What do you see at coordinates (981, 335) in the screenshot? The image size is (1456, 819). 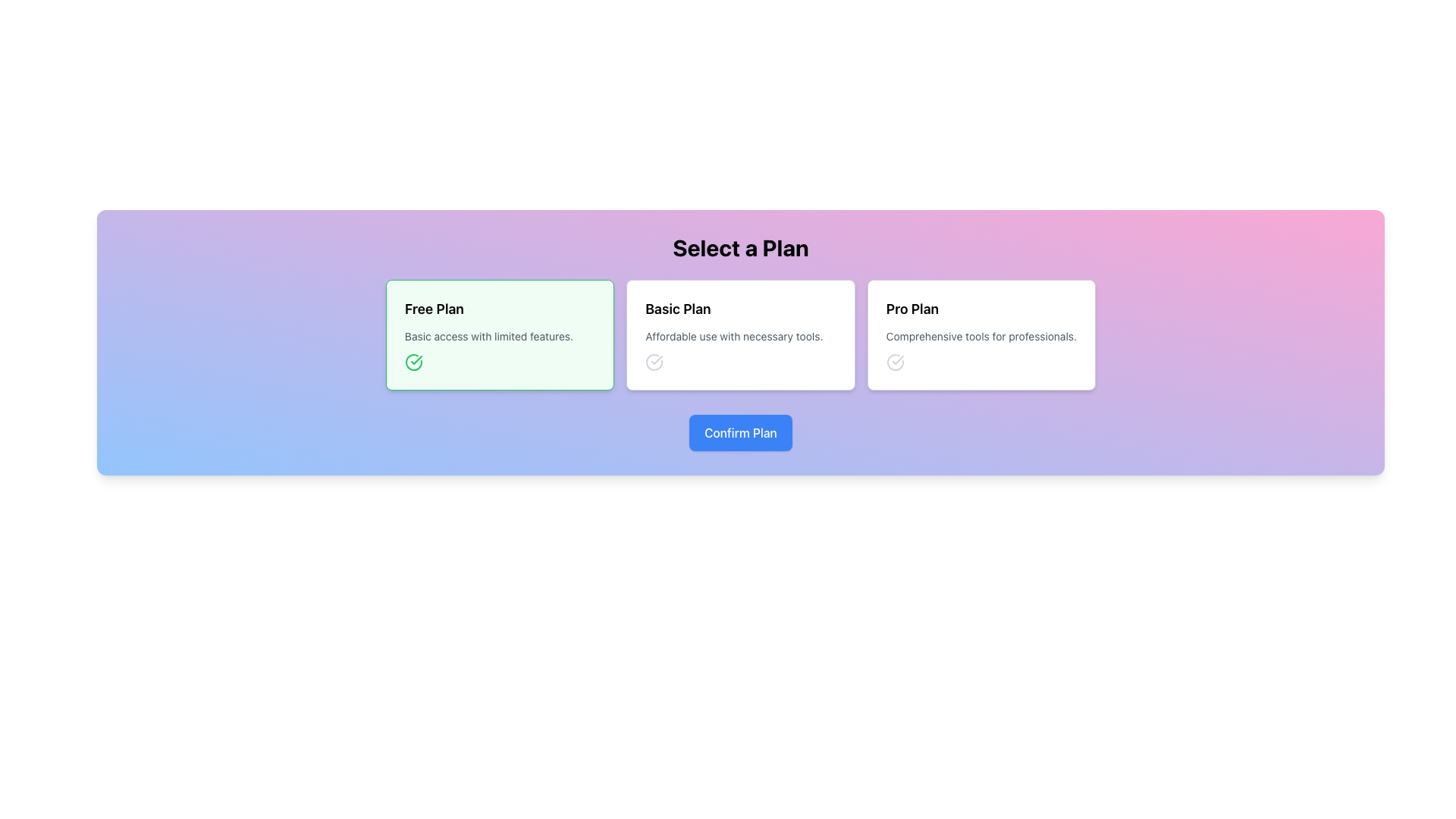 I see `the text label providing information about the 'Pro Plan' option, located below the title 'Pro Plan' and above a gray circular icon within the card` at bounding box center [981, 335].